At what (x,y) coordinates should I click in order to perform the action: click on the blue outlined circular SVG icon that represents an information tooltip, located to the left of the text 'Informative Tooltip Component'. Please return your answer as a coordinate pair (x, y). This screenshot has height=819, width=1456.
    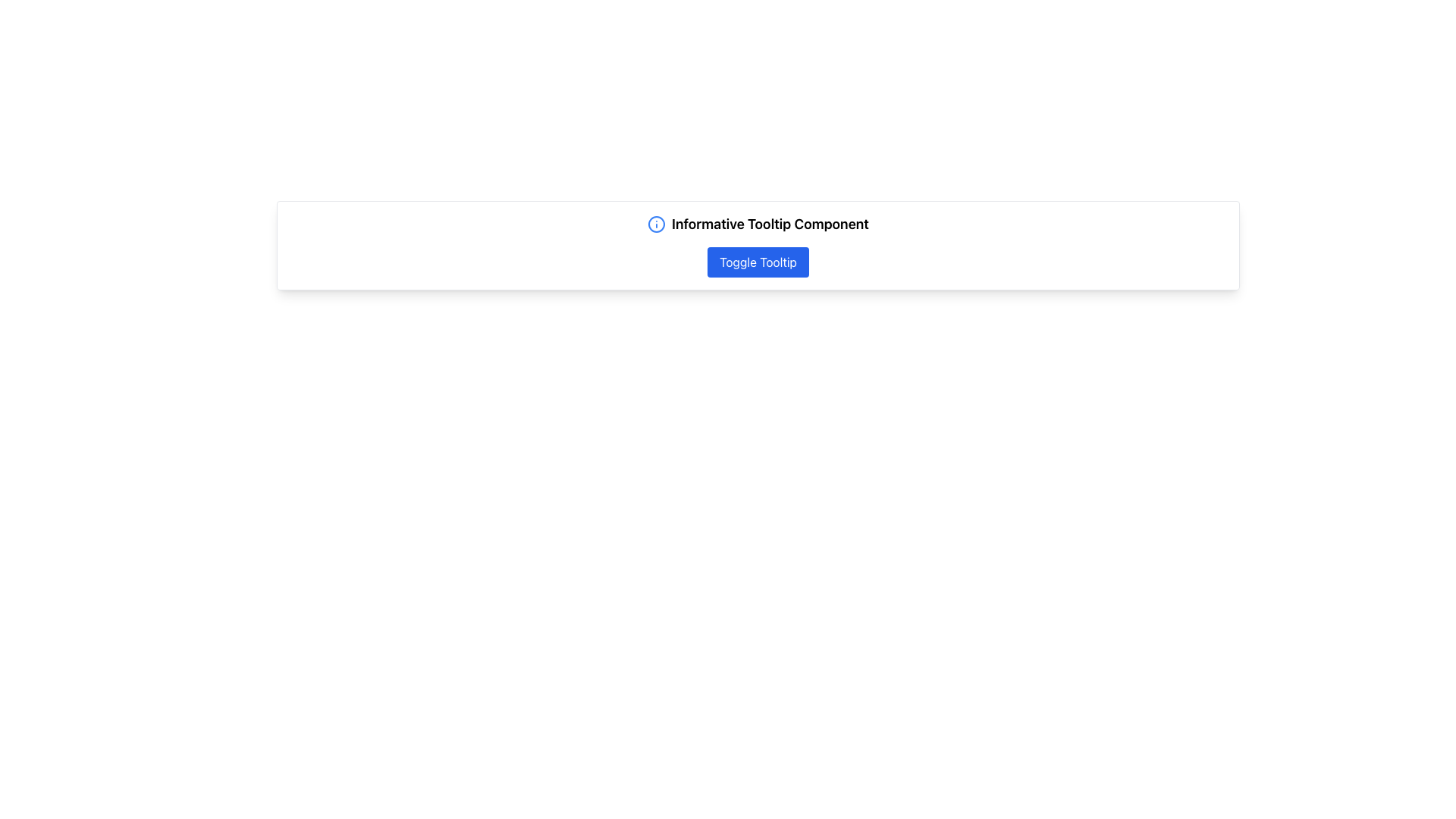
    Looking at the image, I should click on (656, 224).